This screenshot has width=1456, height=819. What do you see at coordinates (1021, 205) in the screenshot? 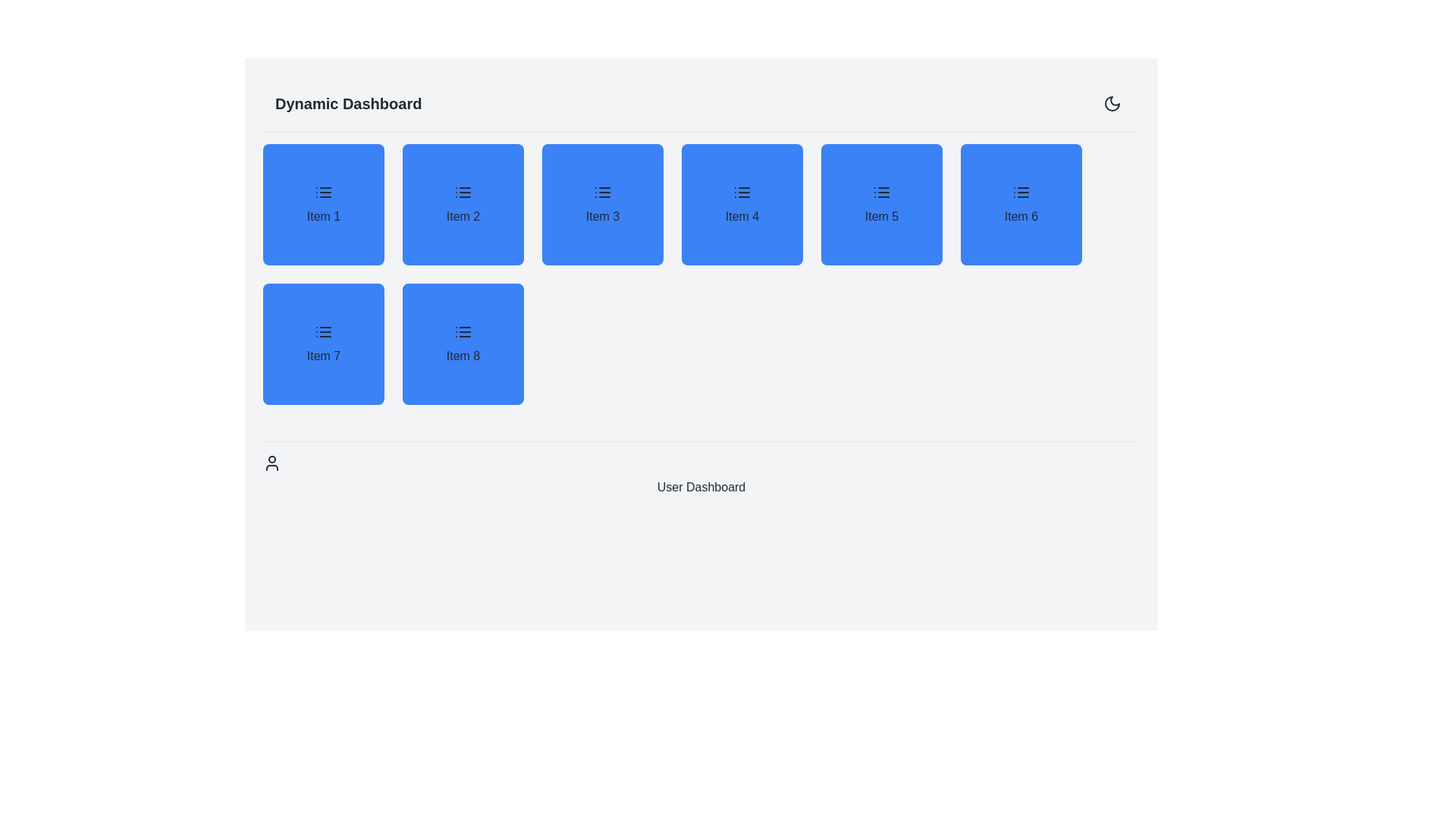
I see `the non-interactive blue square button labeled 'Item 6' with a list icon, located between 'Item 5' and 'Item 7'` at bounding box center [1021, 205].